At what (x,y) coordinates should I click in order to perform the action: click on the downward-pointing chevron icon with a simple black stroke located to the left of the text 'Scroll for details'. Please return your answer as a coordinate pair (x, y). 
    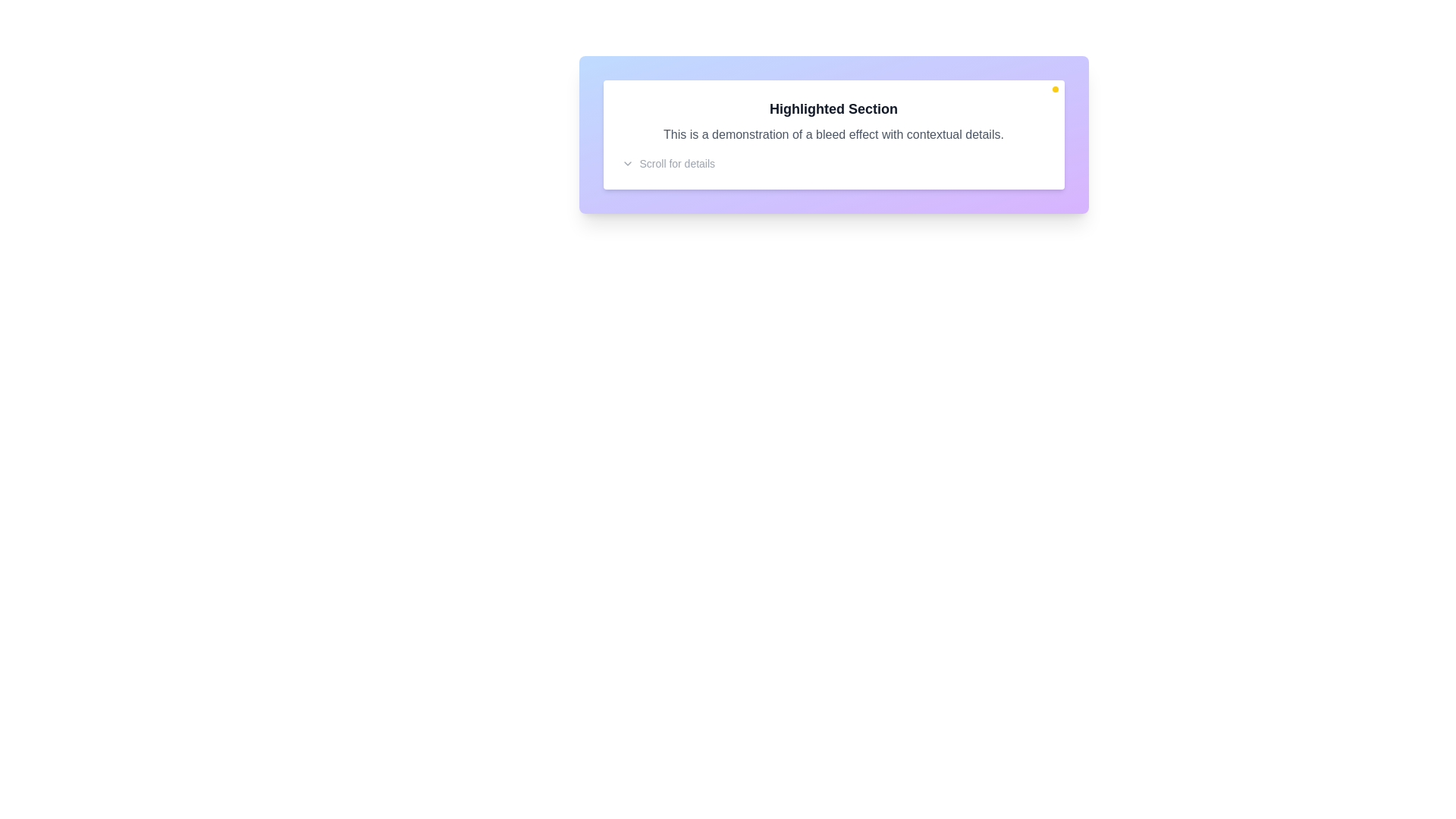
    Looking at the image, I should click on (627, 164).